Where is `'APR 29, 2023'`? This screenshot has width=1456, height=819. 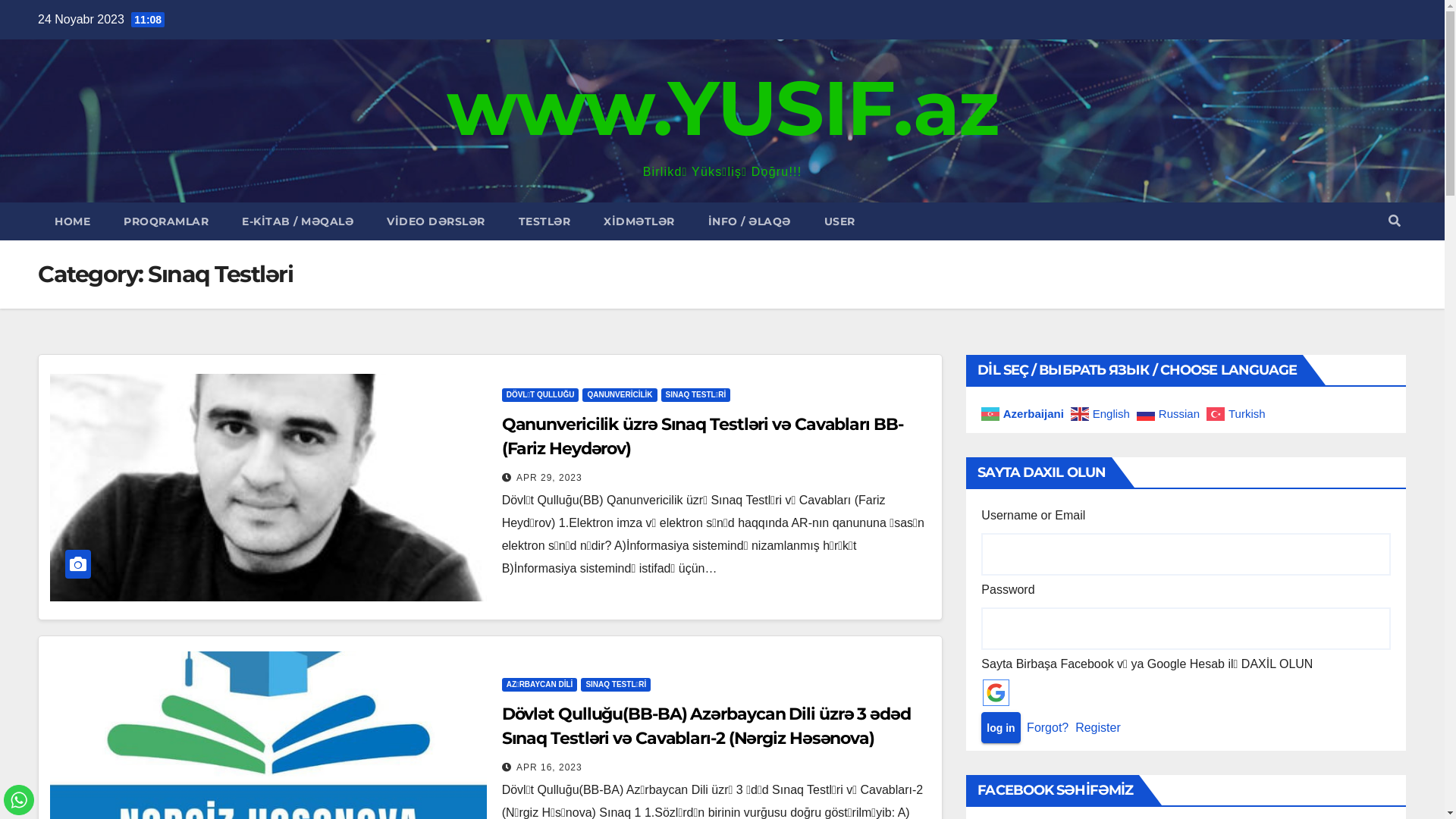 'APR 29, 2023' is located at coordinates (548, 476).